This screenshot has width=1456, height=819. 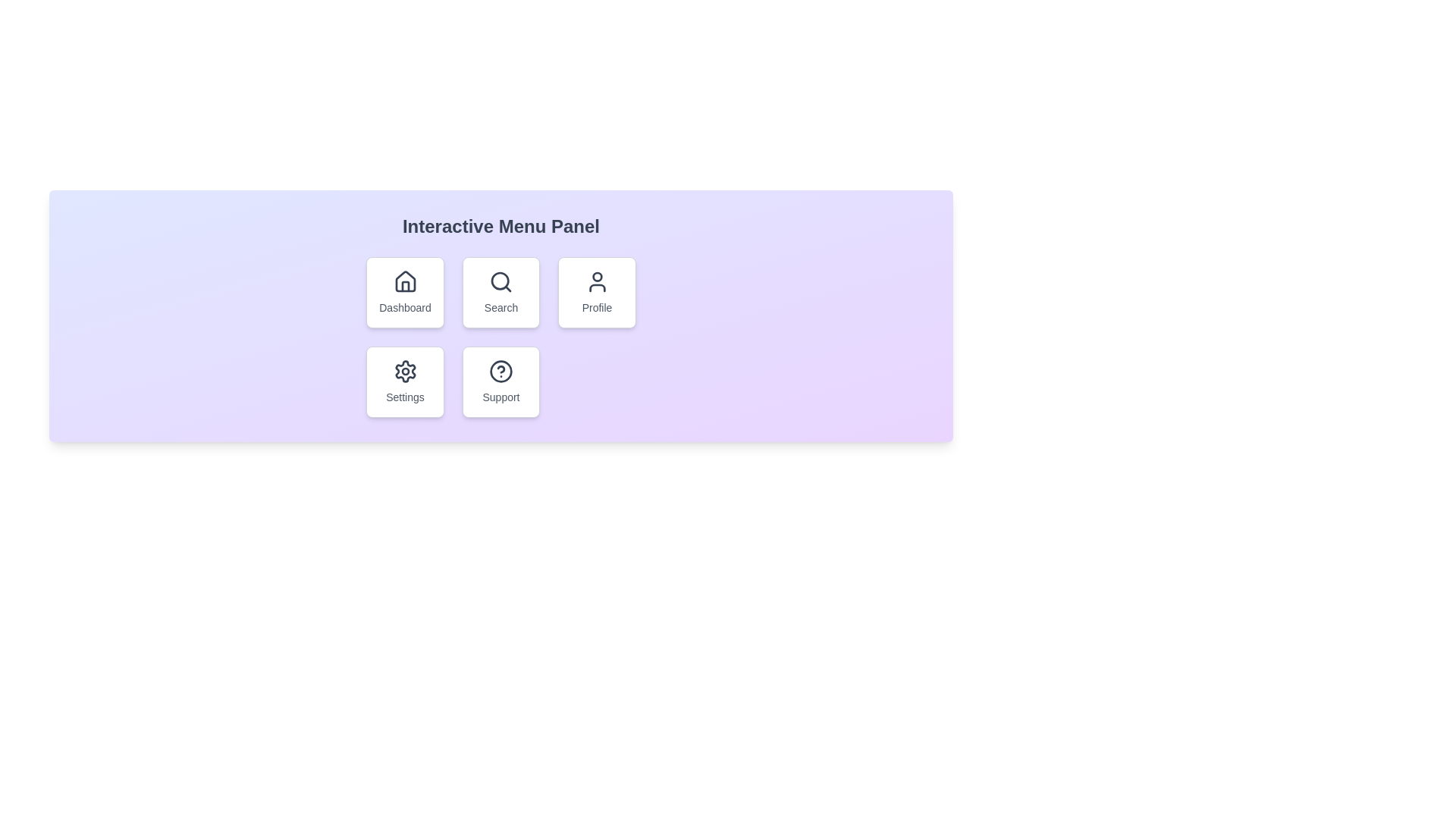 What do you see at coordinates (405, 281) in the screenshot?
I see `the 'Home' icon located in the top-left section of the grid containing six icons to navigate to the main dashboard` at bounding box center [405, 281].